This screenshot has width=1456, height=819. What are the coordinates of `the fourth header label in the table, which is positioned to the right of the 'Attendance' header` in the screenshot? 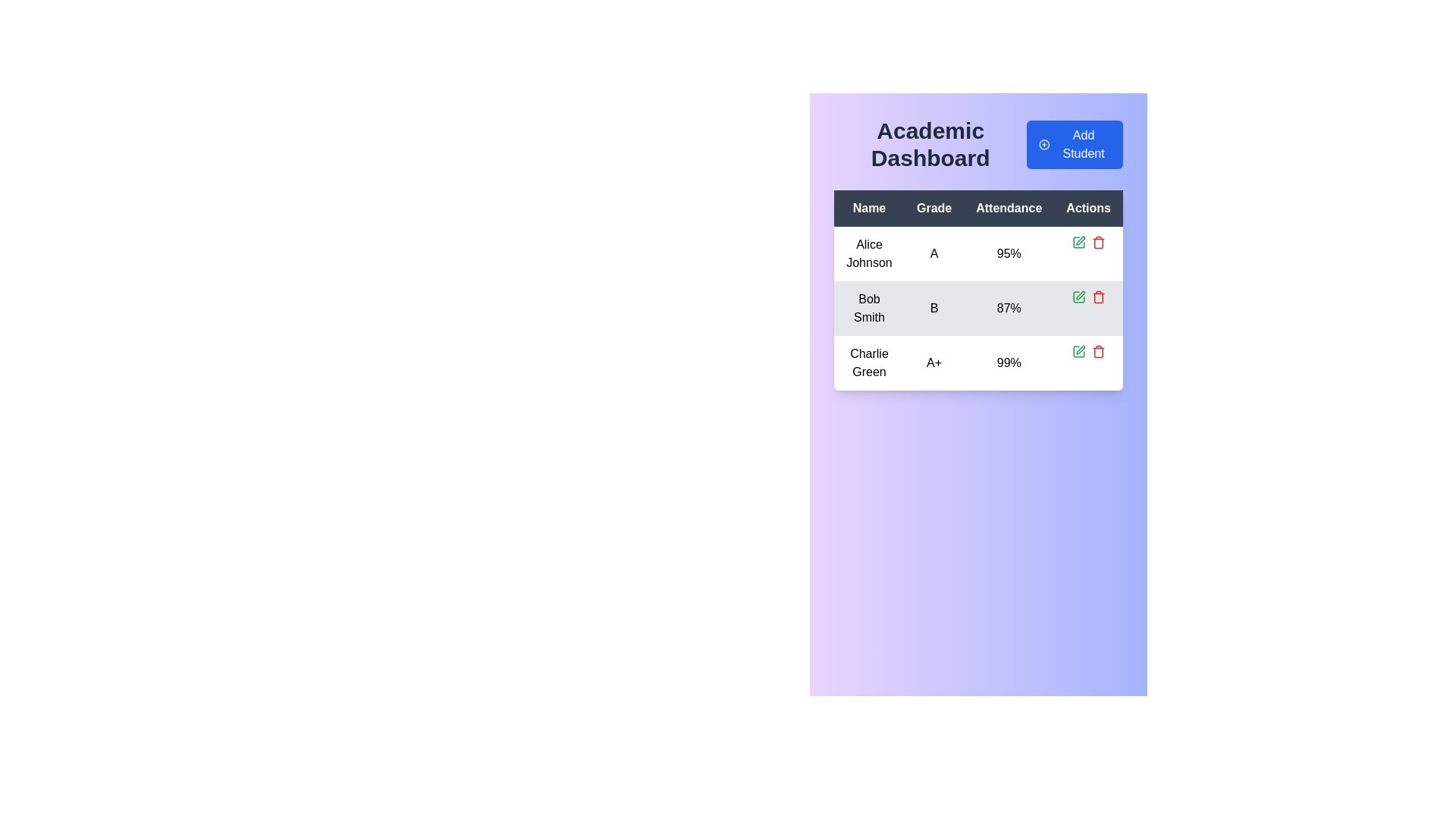 It's located at (1087, 208).